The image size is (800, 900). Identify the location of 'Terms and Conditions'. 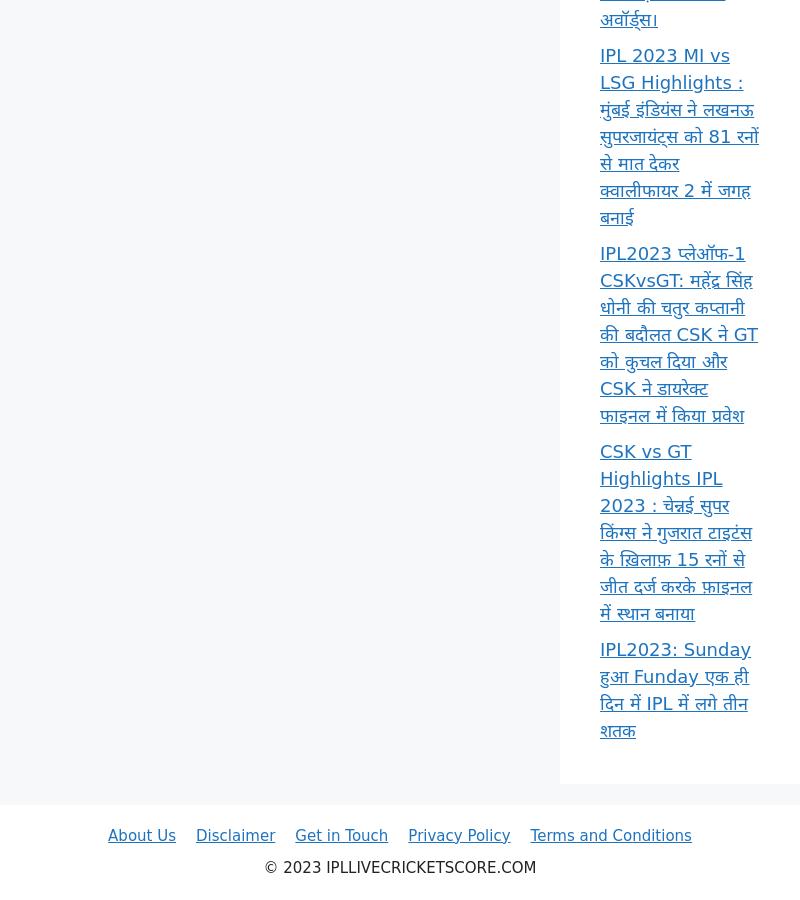
(610, 835).